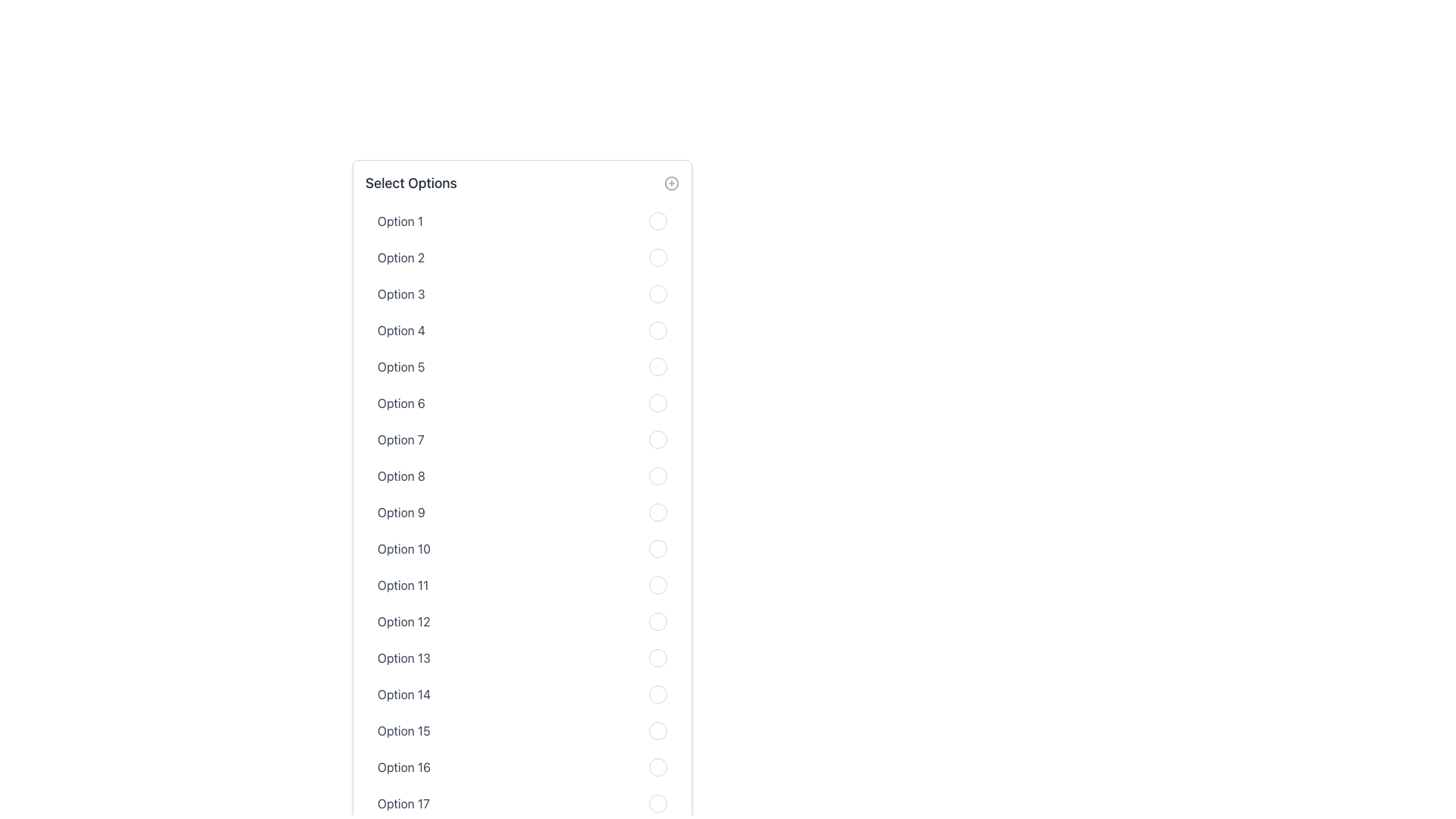 This screenshot has width=1456, height=819. I want to click on contents of the static text label that displays 'Option 2', which is styled as a list item in the selection menu under the header 'Select Options', so click(401, 256).